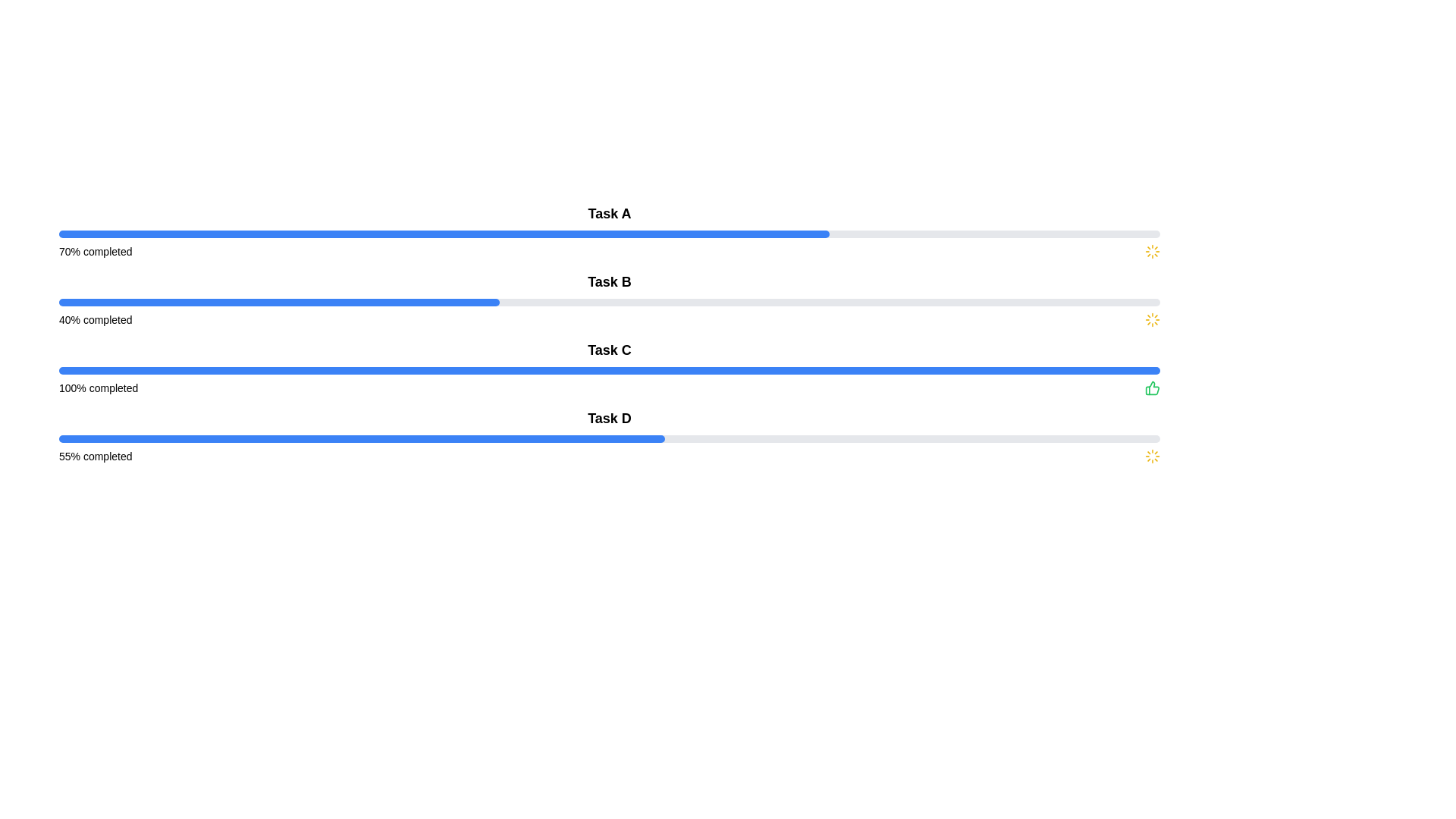 Image resolution: width=1456 pixels, height=819 pixels. I want to click on the filled portion of the progress bar indicating 'Task D', which visually represents 55% completion, so click(361, 438).